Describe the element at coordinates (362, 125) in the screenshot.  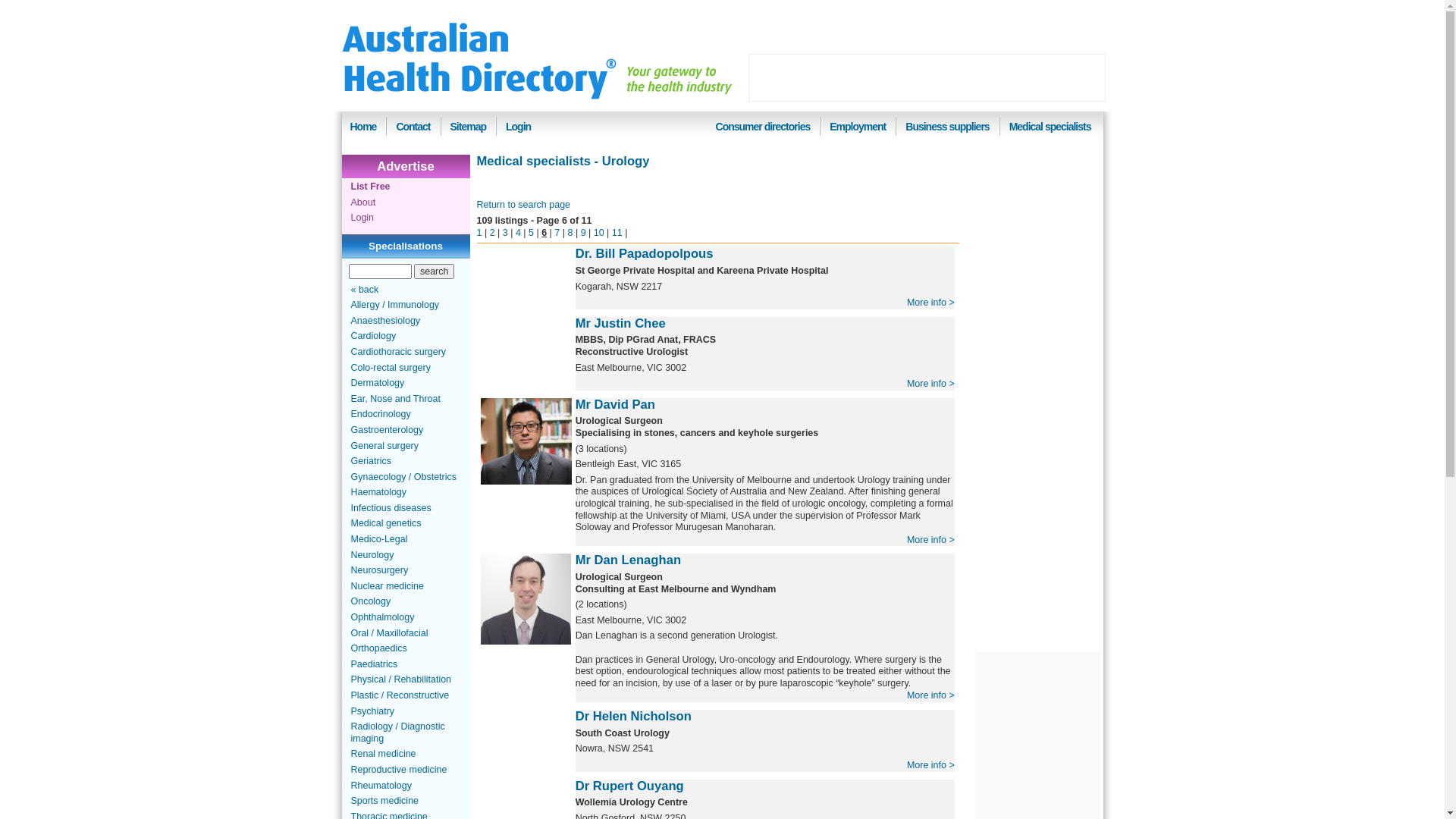
I see `'Home'` at that location.